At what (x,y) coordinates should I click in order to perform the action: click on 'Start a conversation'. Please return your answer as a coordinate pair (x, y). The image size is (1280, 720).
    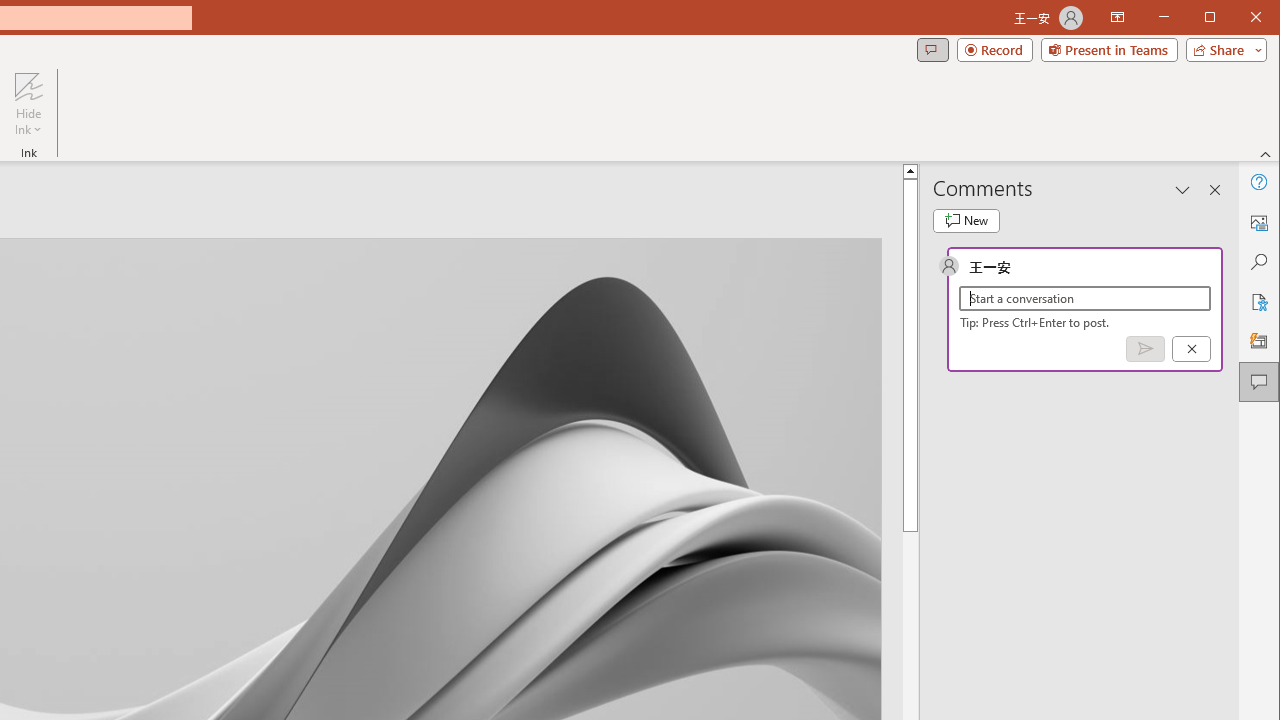
    Looking at the image, I should click on (1084, 298).